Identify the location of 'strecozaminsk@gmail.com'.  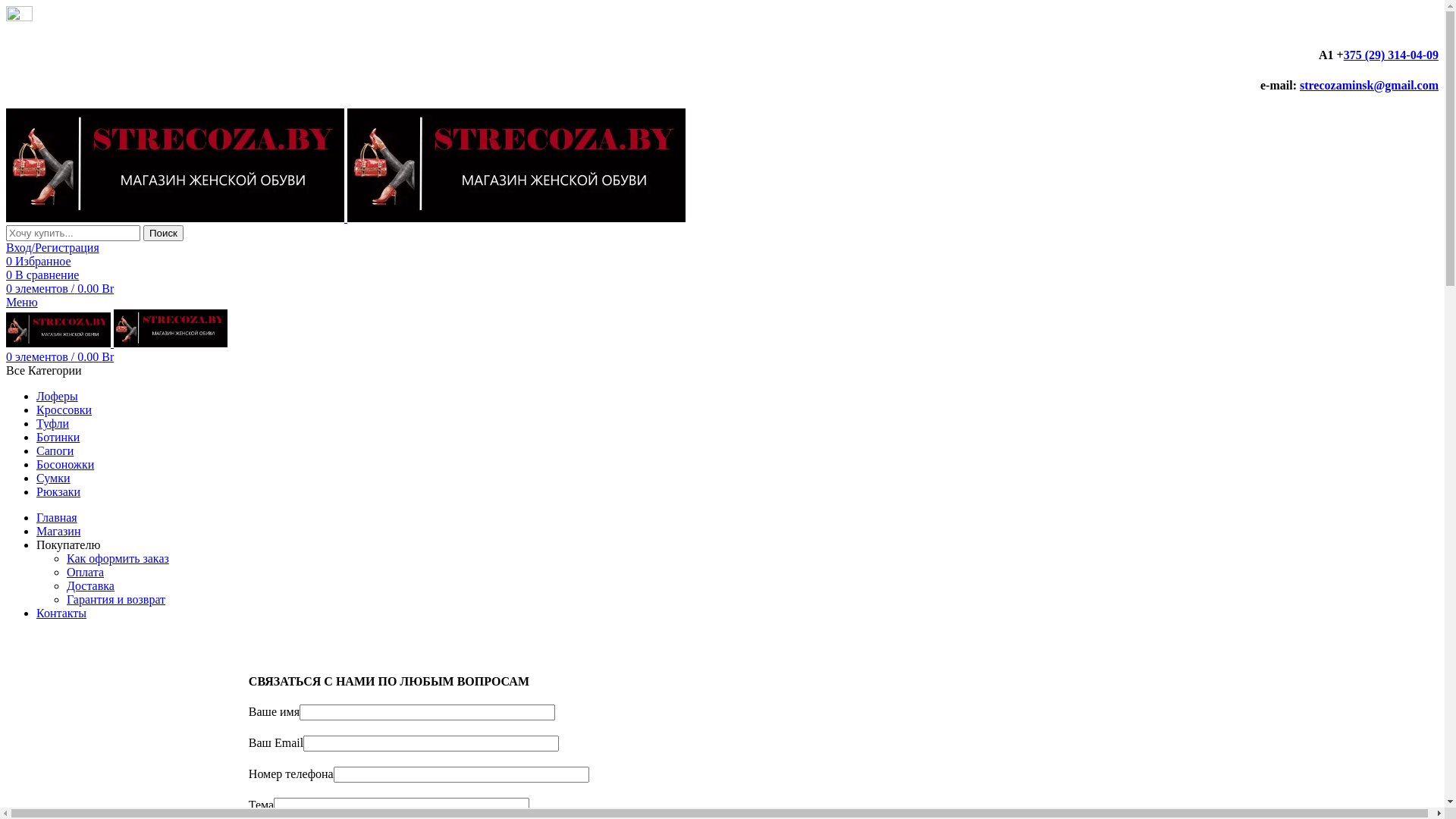
(1298, 85).